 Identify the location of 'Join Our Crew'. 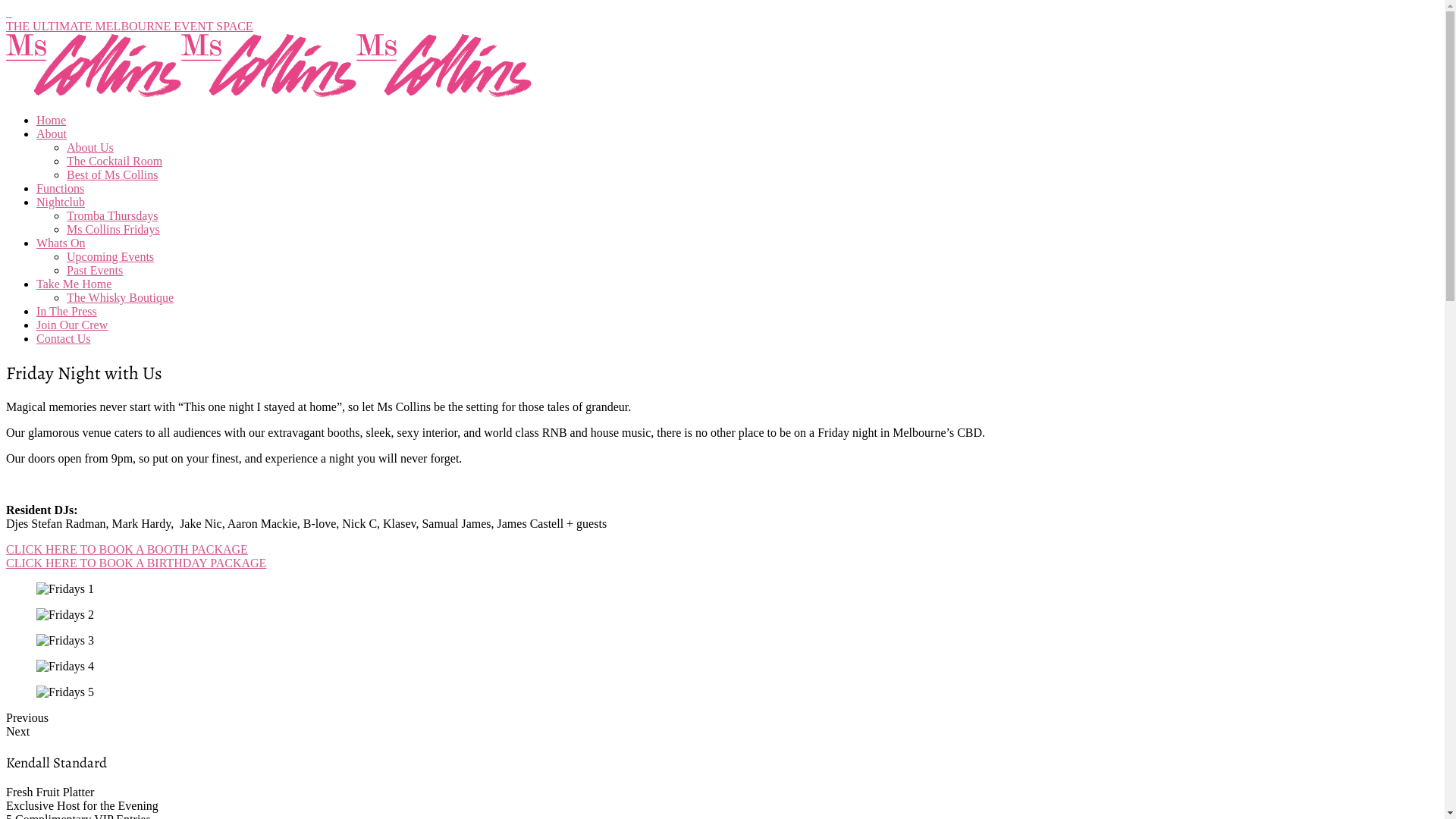
(71, 324).